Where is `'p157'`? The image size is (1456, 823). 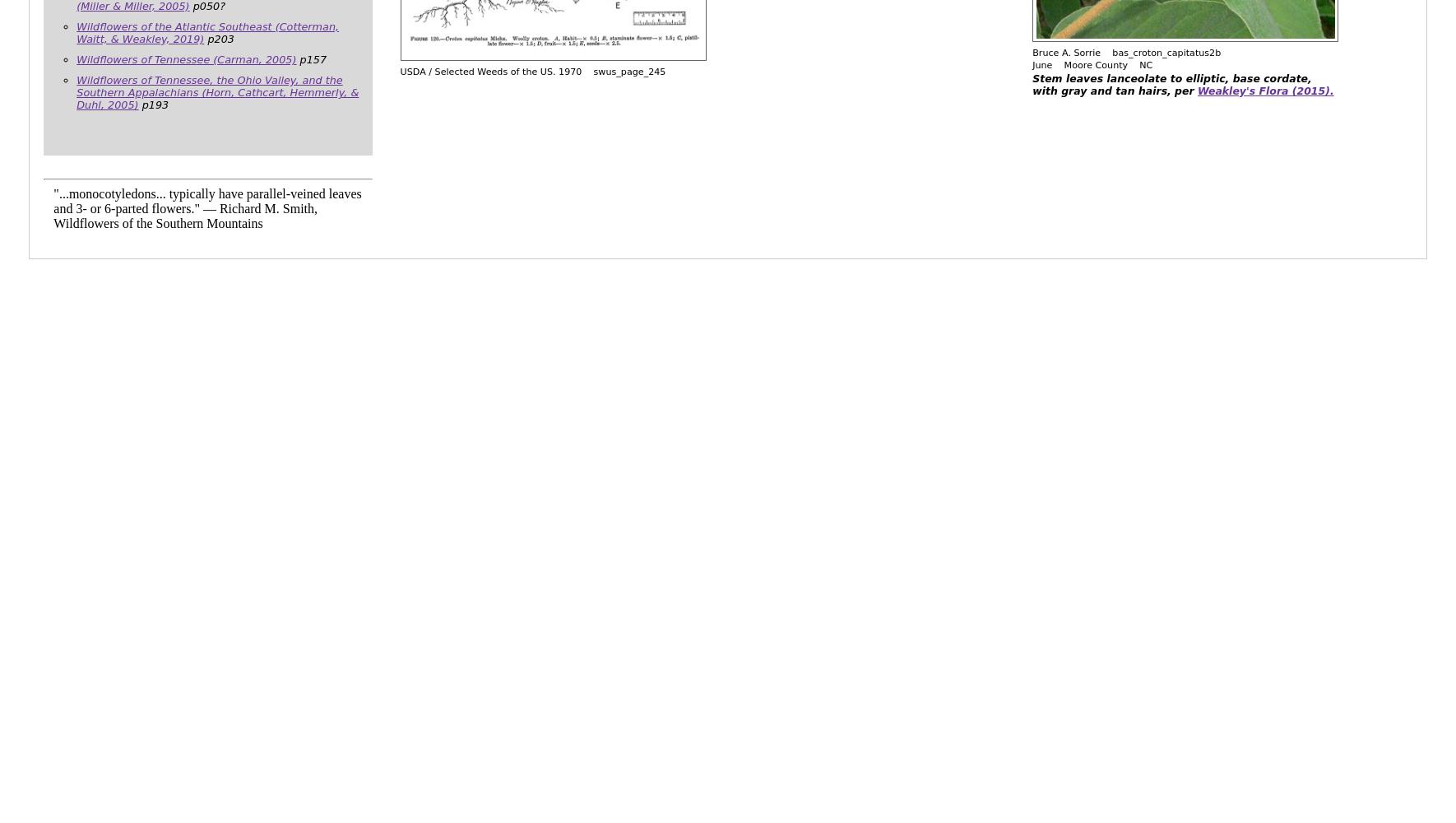
'p157' is located at coordinates (310, 58).